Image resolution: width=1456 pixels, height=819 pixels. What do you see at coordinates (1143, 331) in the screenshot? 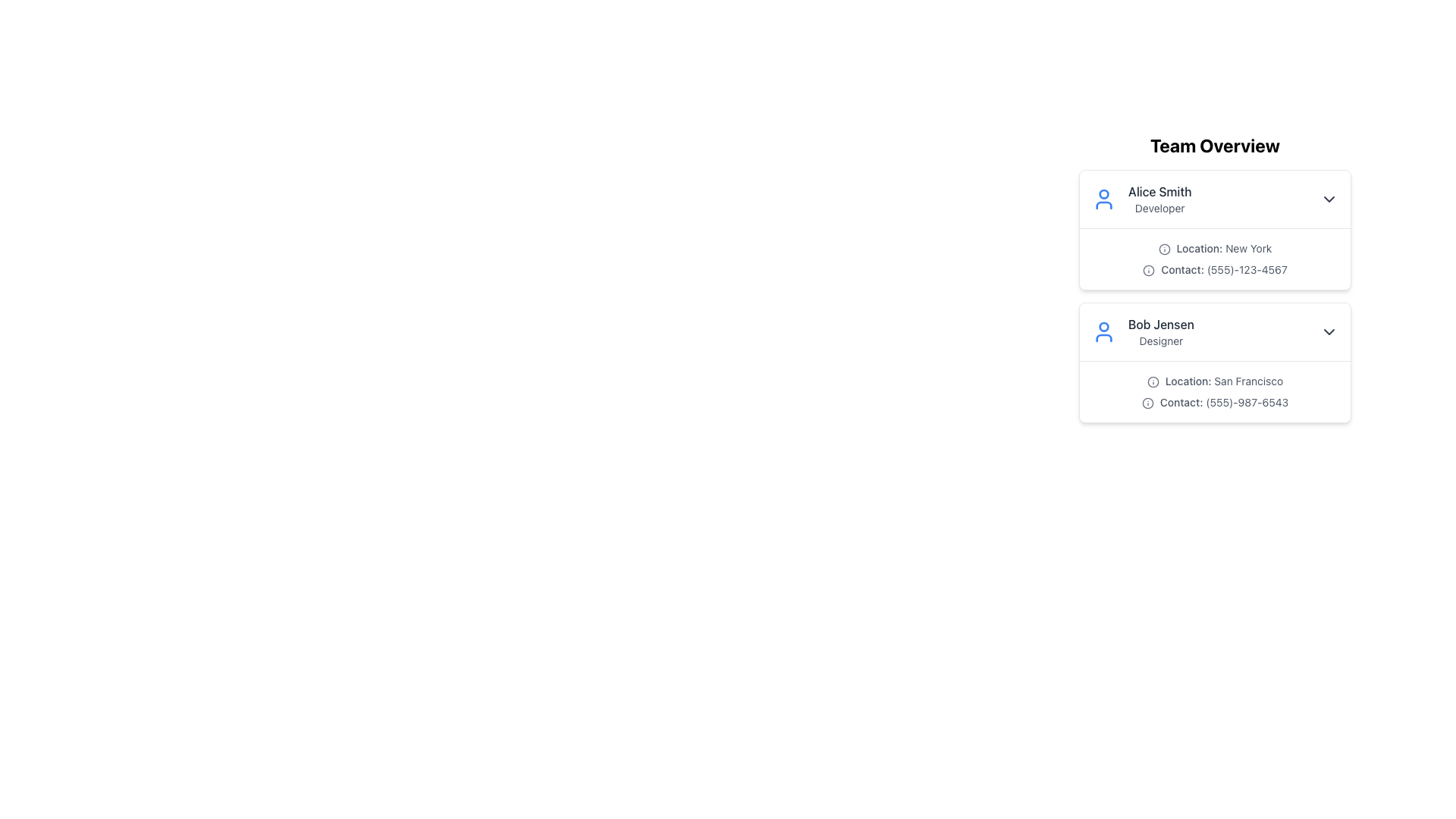
I see `the user's profile display card, which shows their name and role, located in the second position under the 'Team Overview' header` at bounding box center [1143, 331].